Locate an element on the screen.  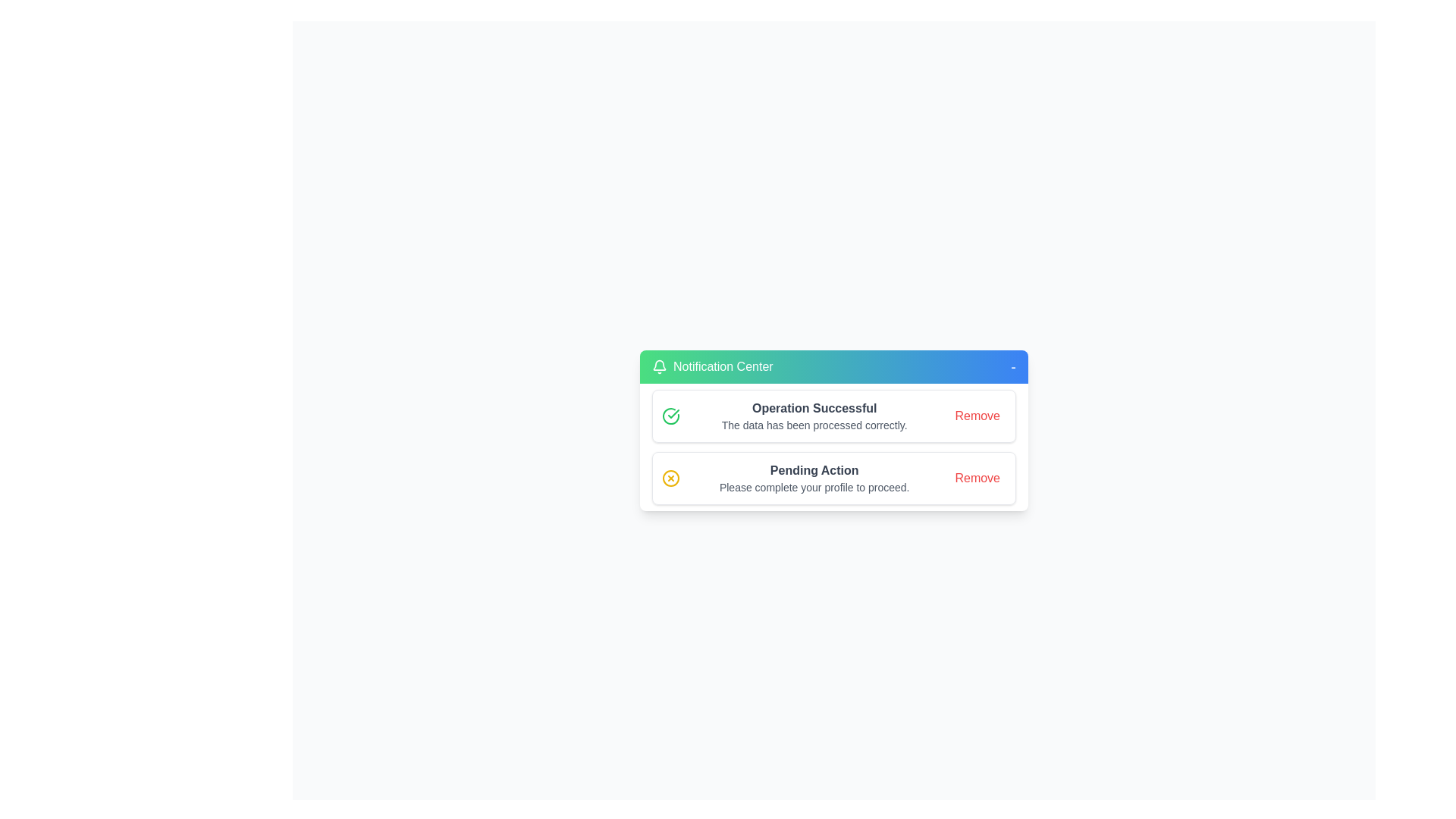
the minimize, collapse, or close button located on the far right of the notification bar labeled 'Notification Center' is located at coordinates (1012, 366).